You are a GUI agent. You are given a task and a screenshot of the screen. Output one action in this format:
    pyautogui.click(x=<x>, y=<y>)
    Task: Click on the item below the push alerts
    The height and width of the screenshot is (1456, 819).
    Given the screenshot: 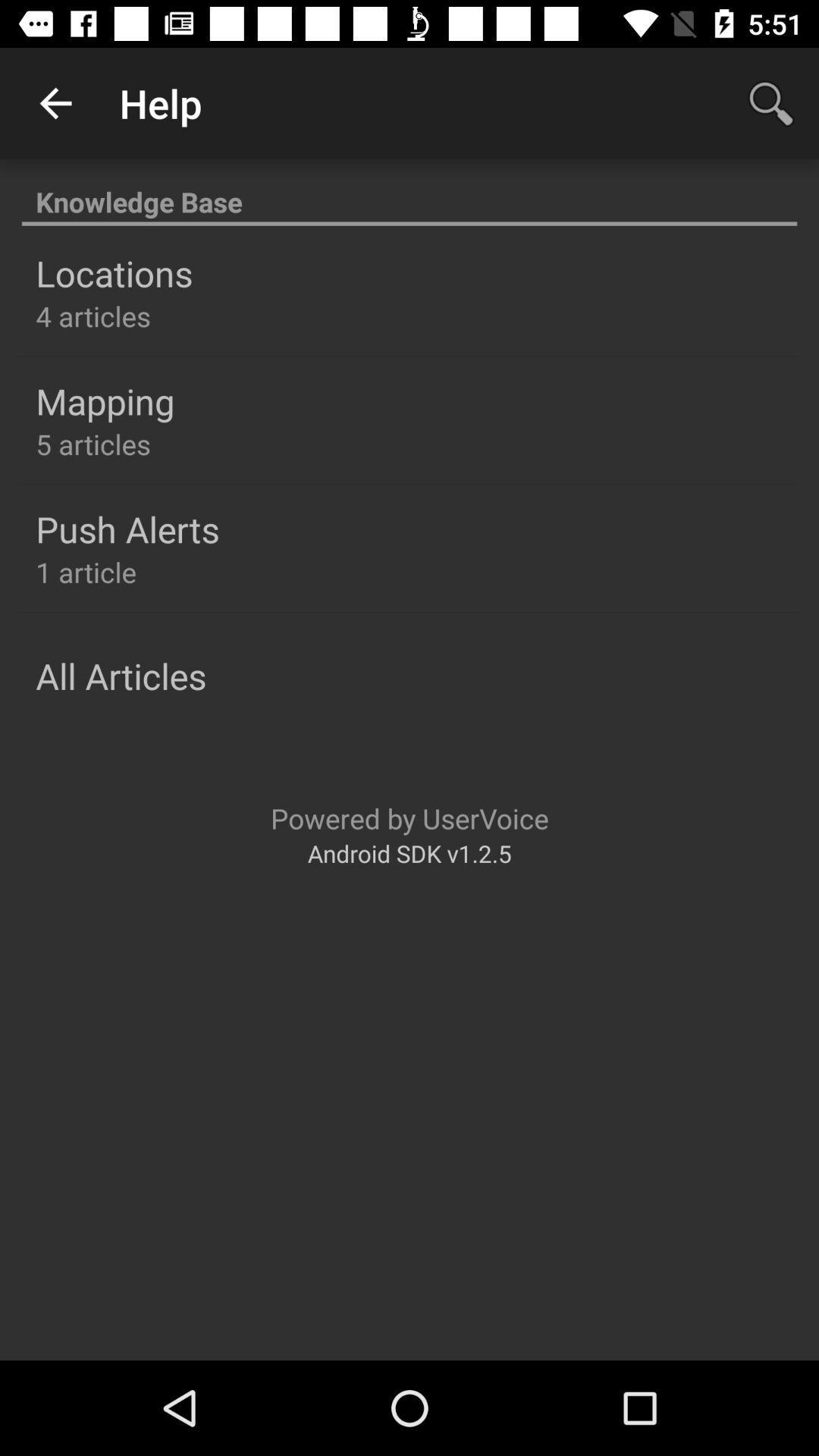 What is the action you would take?
    pyautogui.click(x=86, y=571)
    